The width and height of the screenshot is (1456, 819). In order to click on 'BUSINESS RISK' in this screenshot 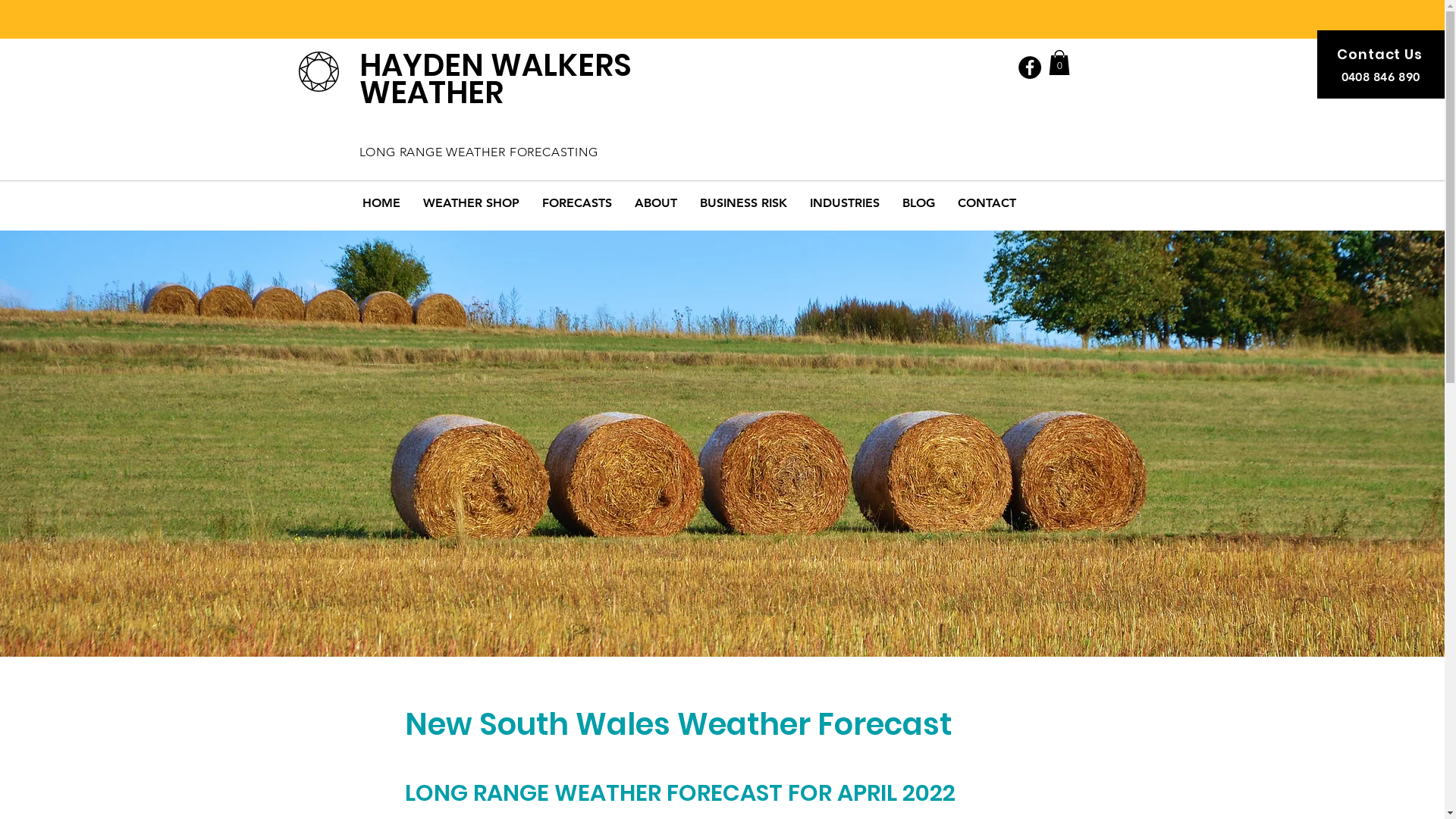, I will do `click(743, 202)`.